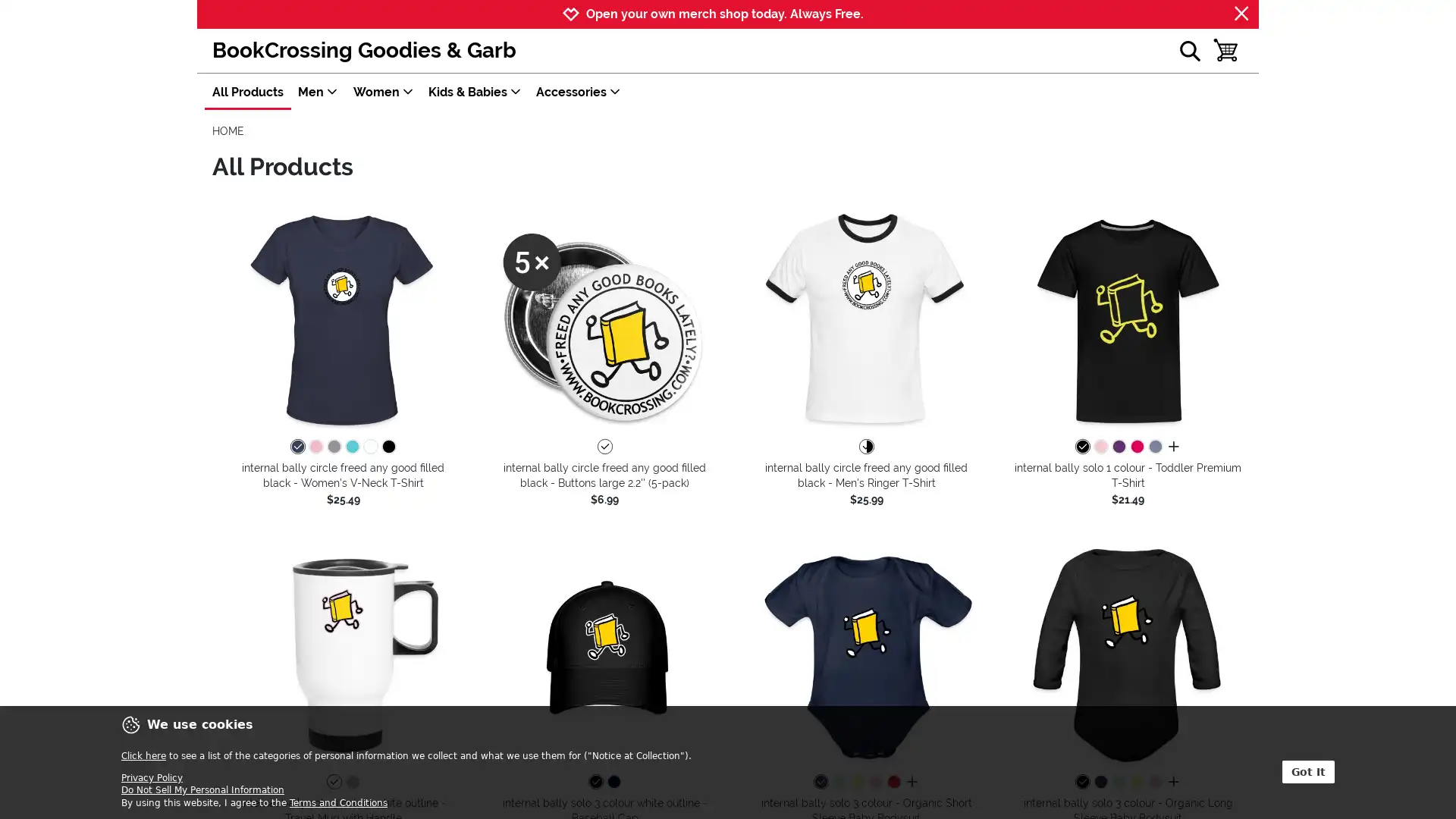 The width and height of the screenshot is (1456, 819). Describe the element at coordinates (893, 783) in the screenshot. I see `red` at that location.